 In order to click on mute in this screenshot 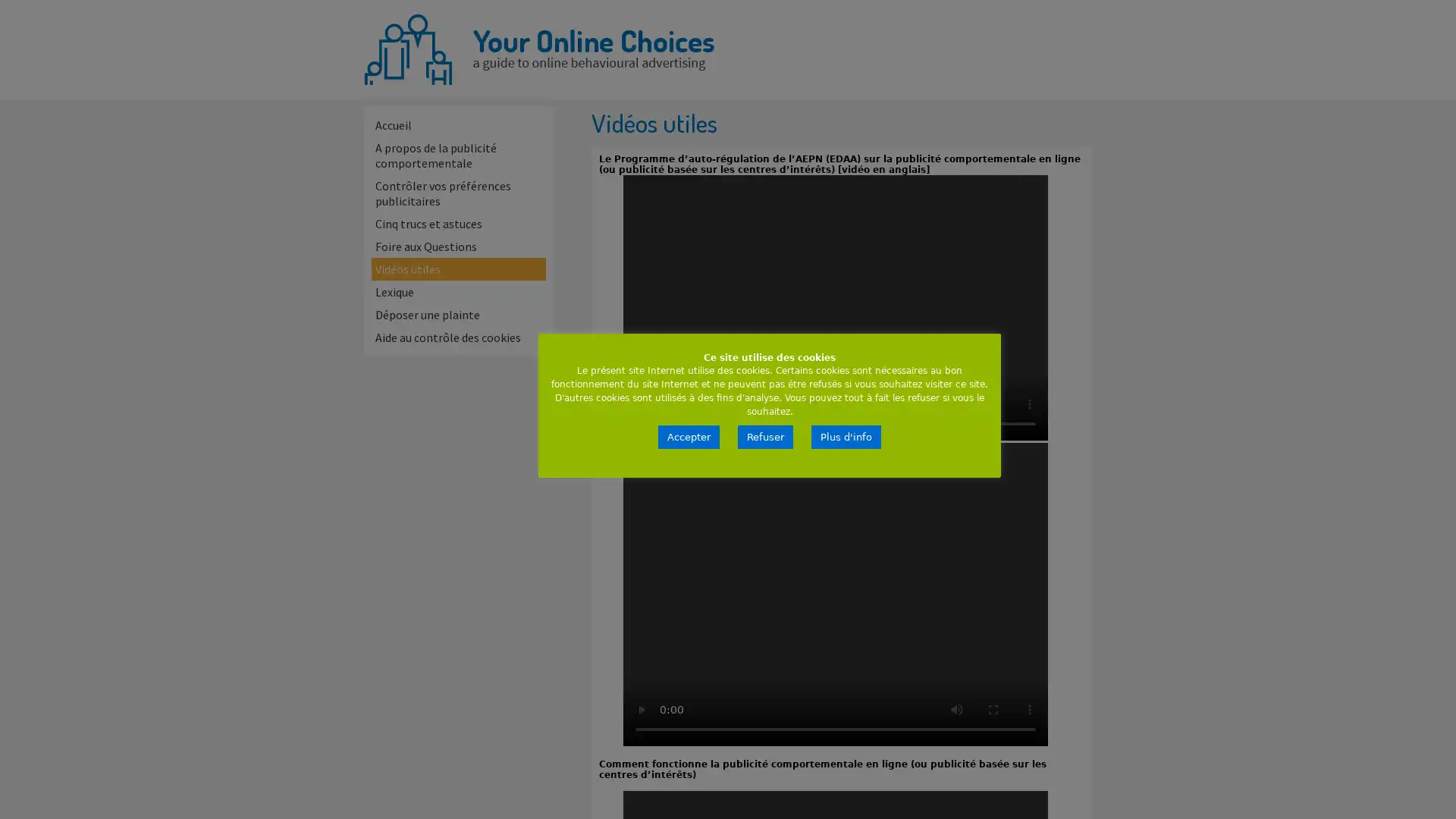, I will do `click(956, 403)`.